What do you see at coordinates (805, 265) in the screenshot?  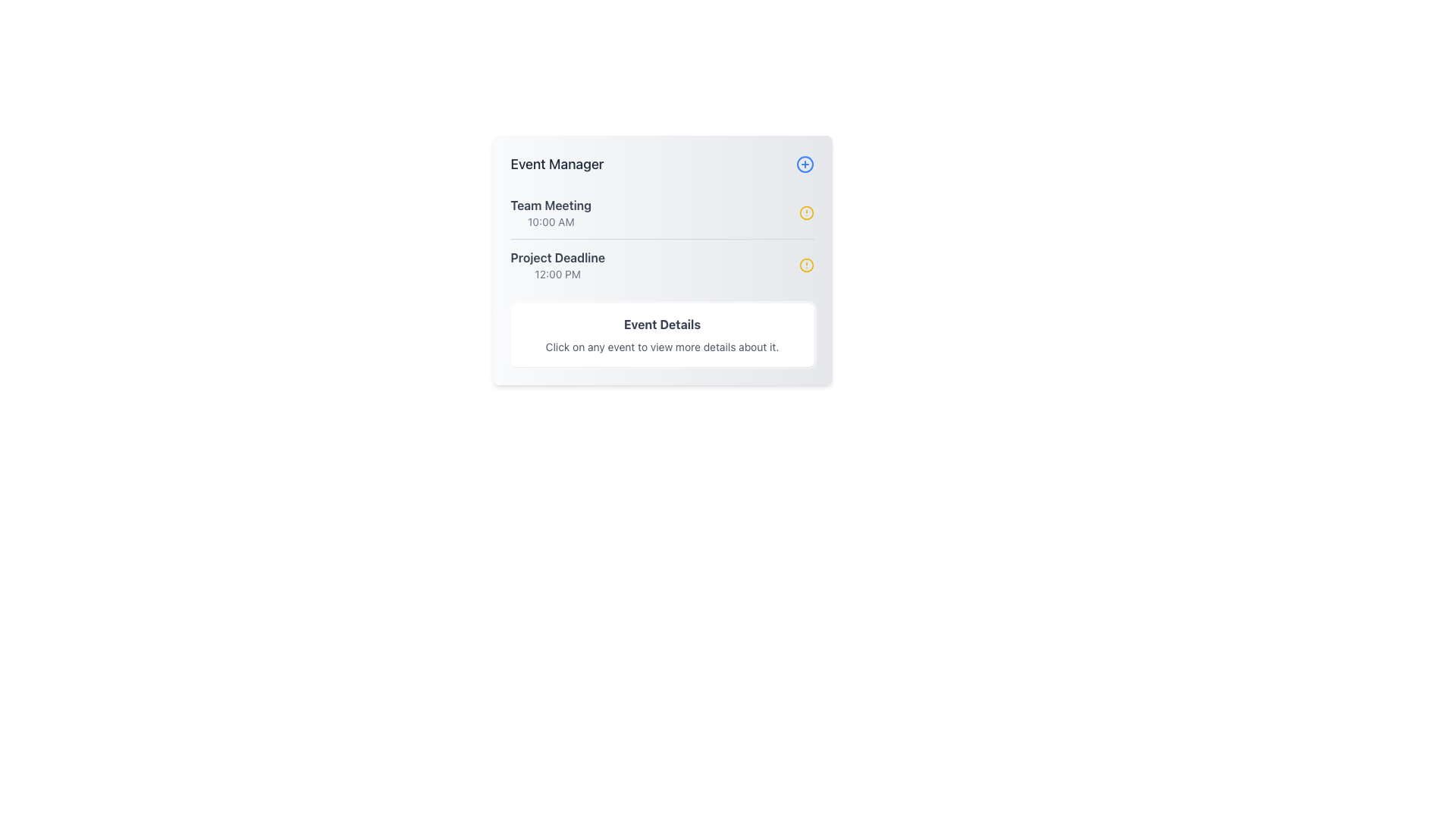 I see `the warning circle SVG graphic located in the 'Project Deadline' section, which indicates an attention-needed status for the associated event` at bounding box center [805, 265].